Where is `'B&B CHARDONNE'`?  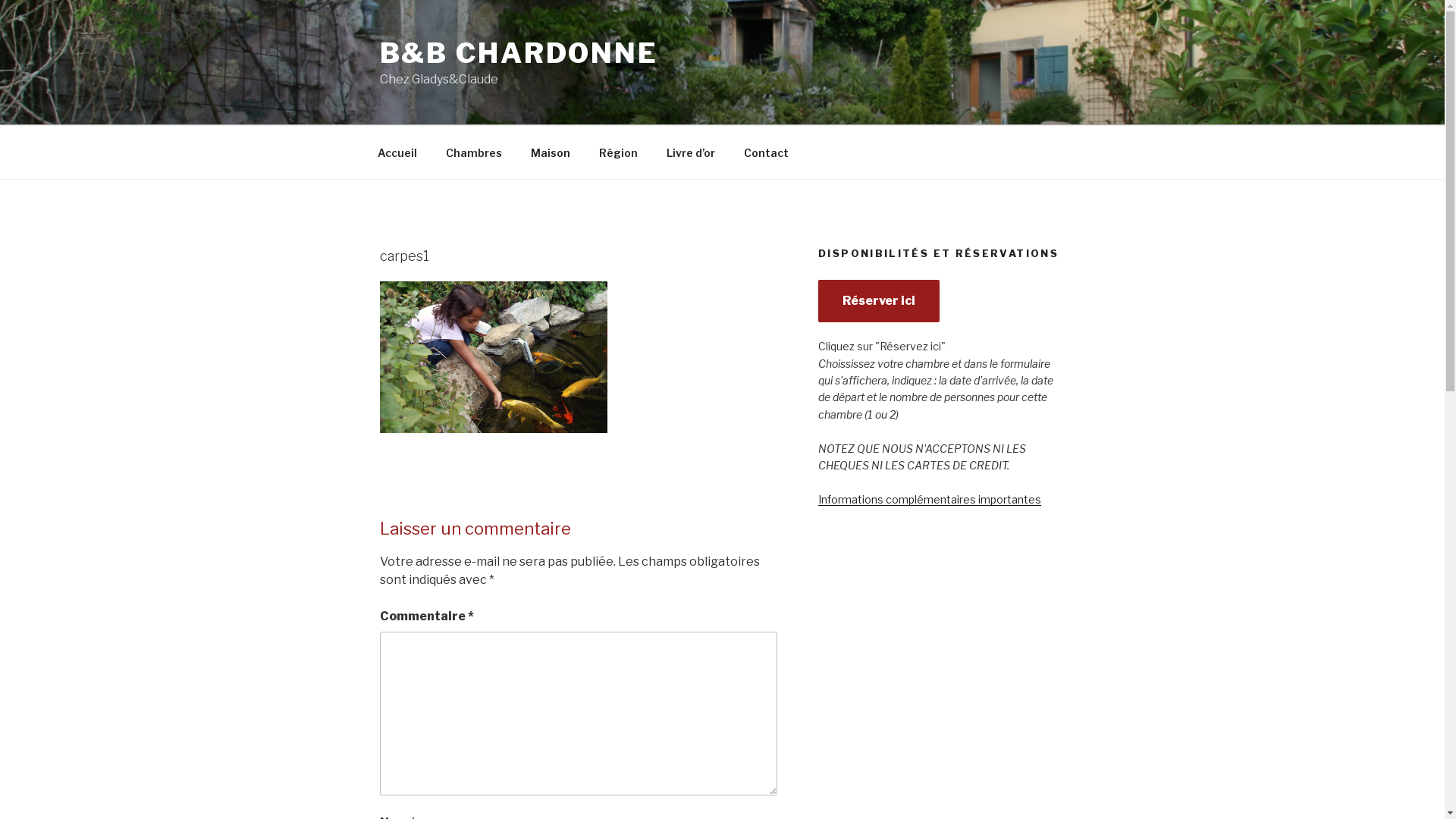
'B&B CHARDONNE' is located at coordinates (518, 52).